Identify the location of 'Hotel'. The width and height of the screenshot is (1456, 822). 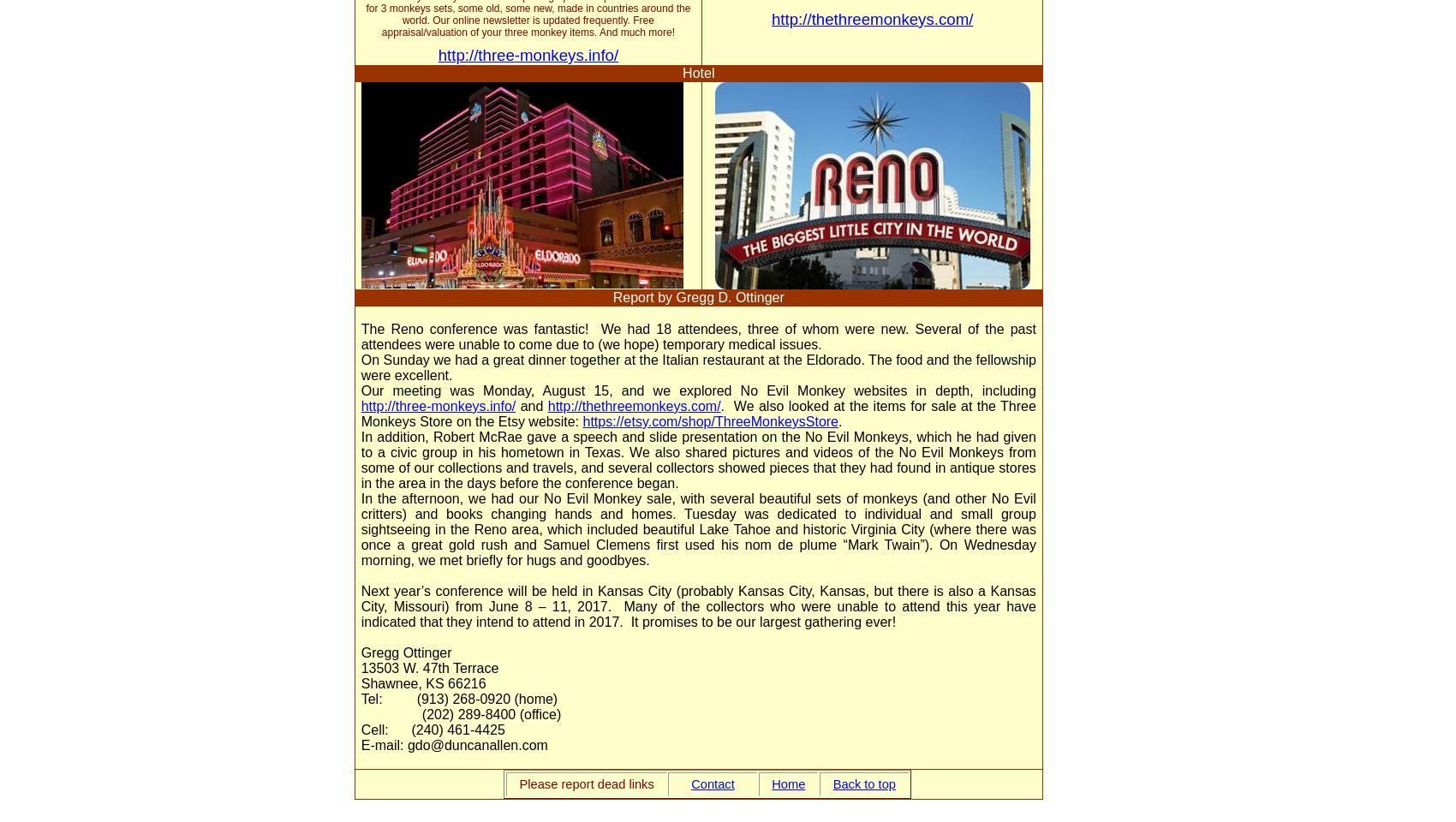
(697, 73).